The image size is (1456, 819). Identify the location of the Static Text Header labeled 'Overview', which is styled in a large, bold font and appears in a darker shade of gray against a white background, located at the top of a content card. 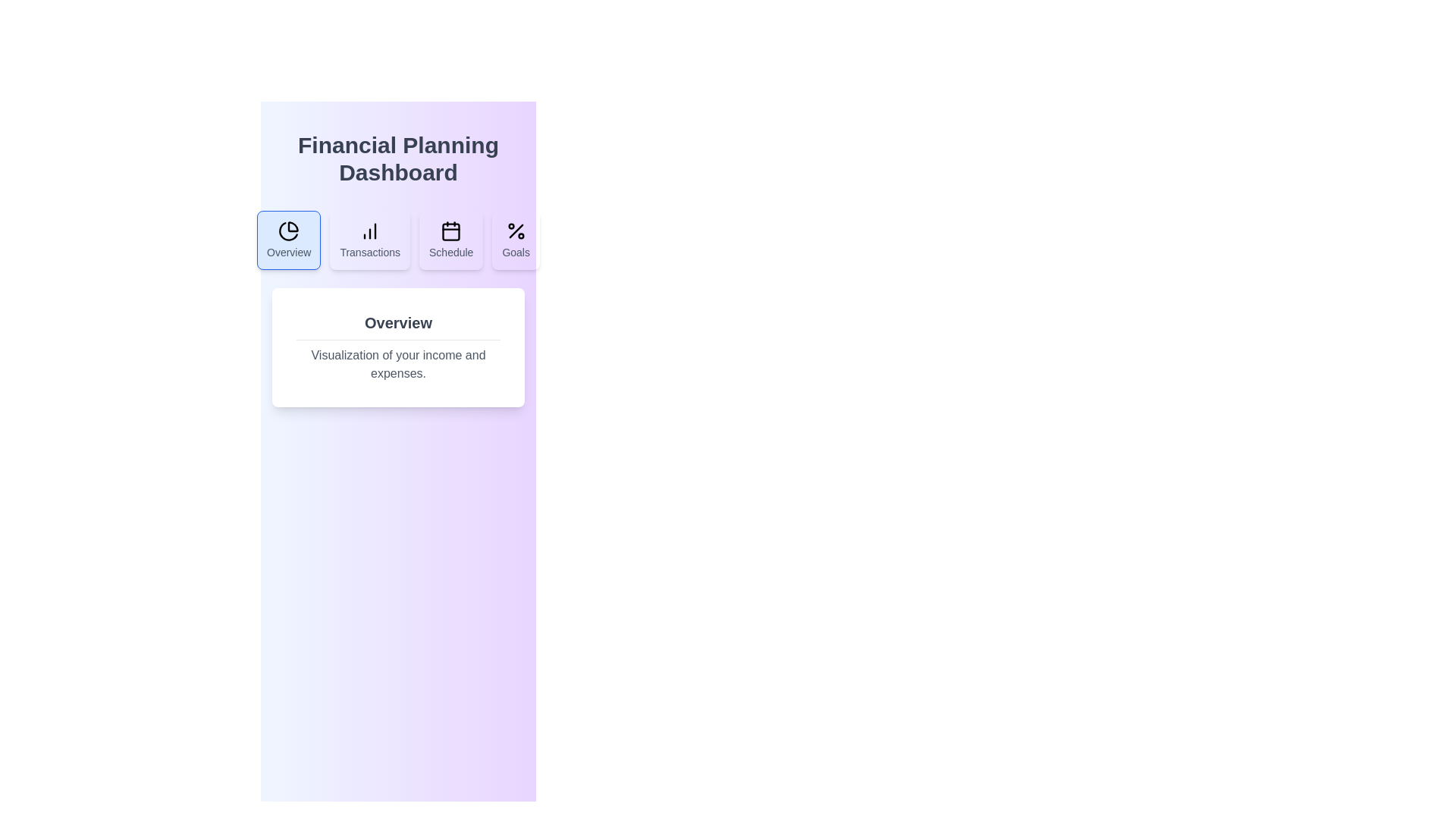
(398, 325).